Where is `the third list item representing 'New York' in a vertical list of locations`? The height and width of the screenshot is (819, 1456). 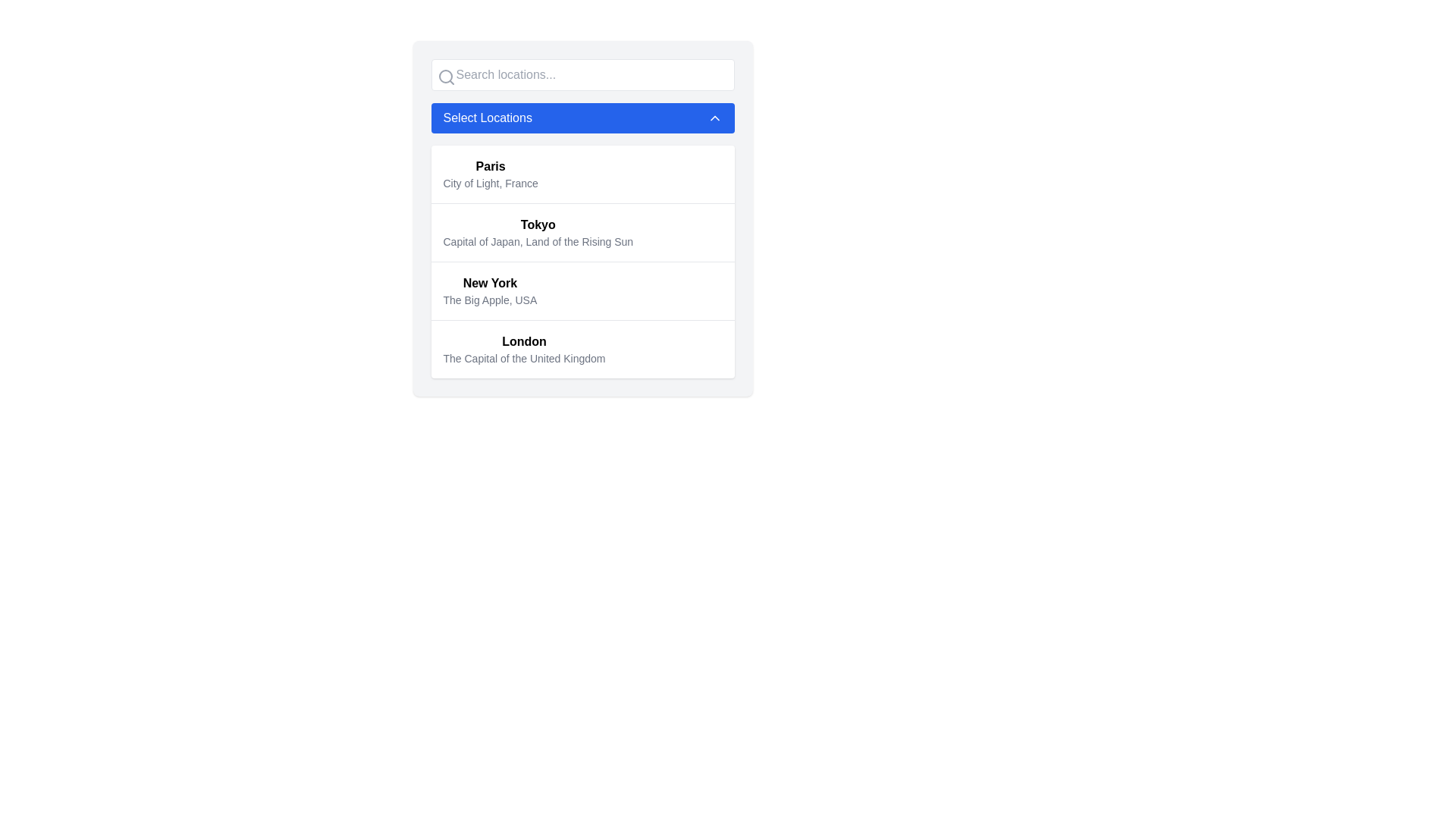 the third list item representing 'New York' in a vertical list of locations is located at coordinates (582, 290).